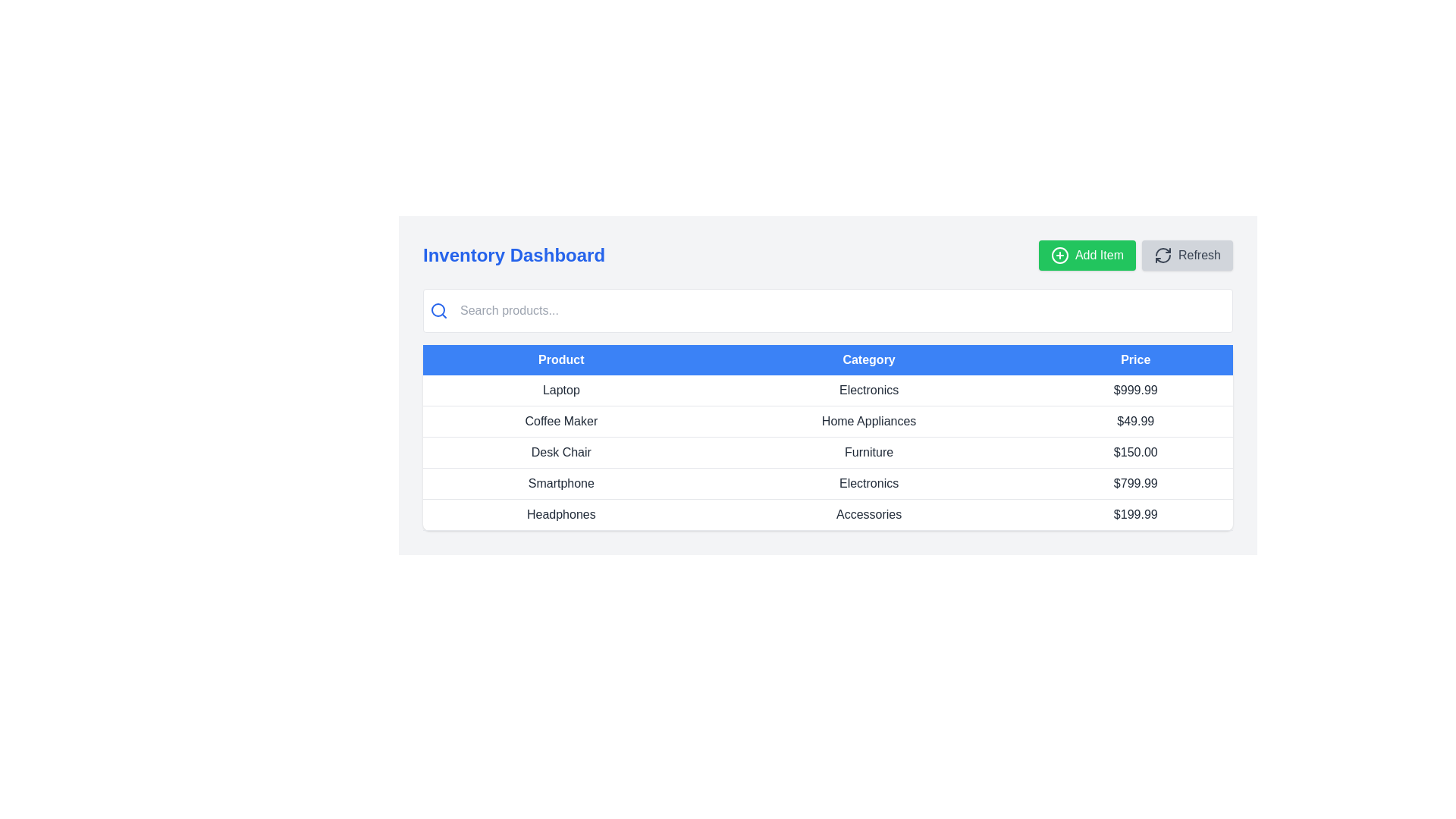 This screenshot has height=819, width=1456. What do you see at coordinates (1135, 513) in the screenshot?
I see `the static text element displaying the price '$199.99', which is located in the third column of a product entry row in a table, under the 'Price' header` at bounding box center [1135, 513].